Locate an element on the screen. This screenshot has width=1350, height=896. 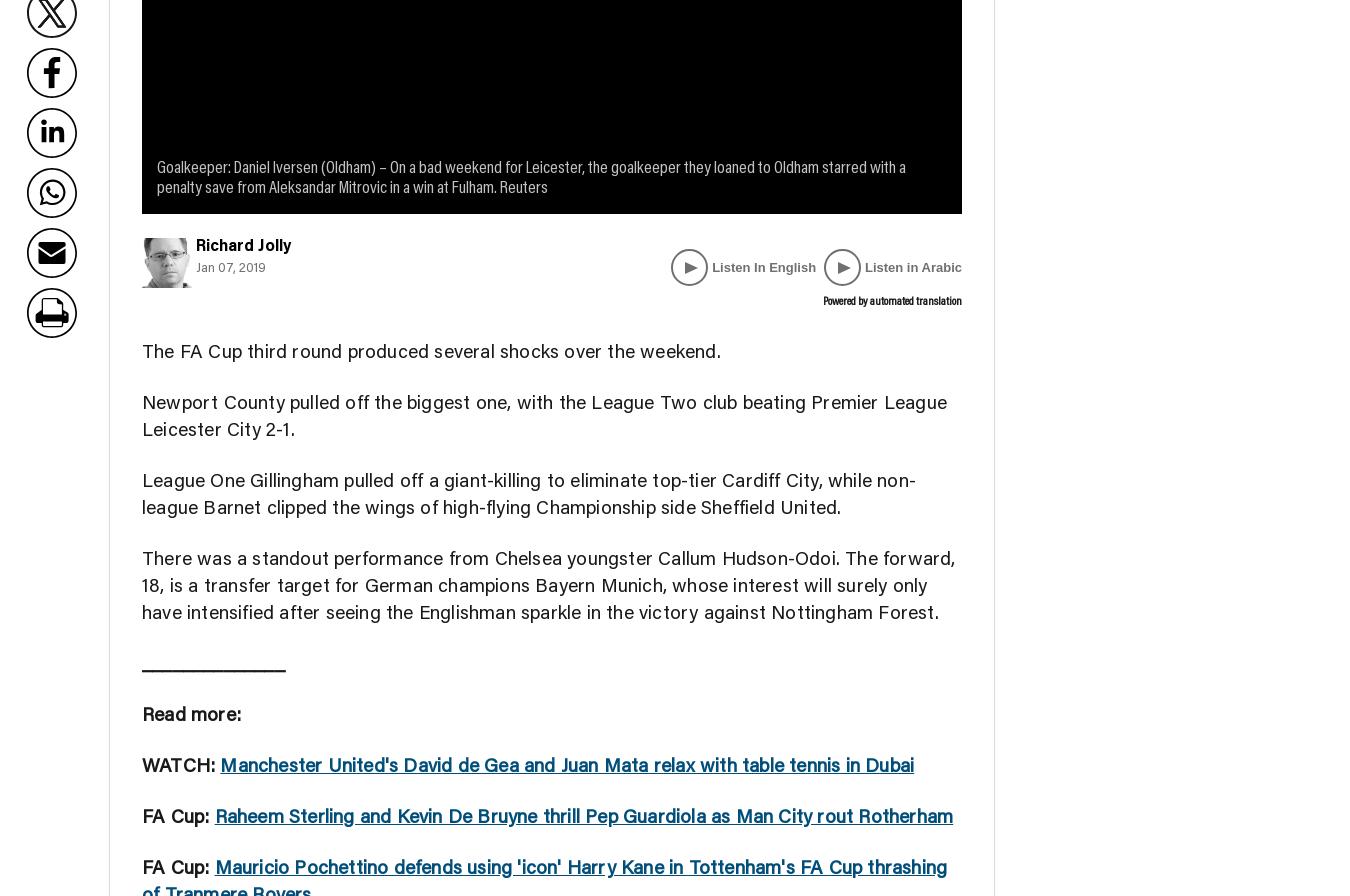
'Cricket' is located at coordinates (976, 36).